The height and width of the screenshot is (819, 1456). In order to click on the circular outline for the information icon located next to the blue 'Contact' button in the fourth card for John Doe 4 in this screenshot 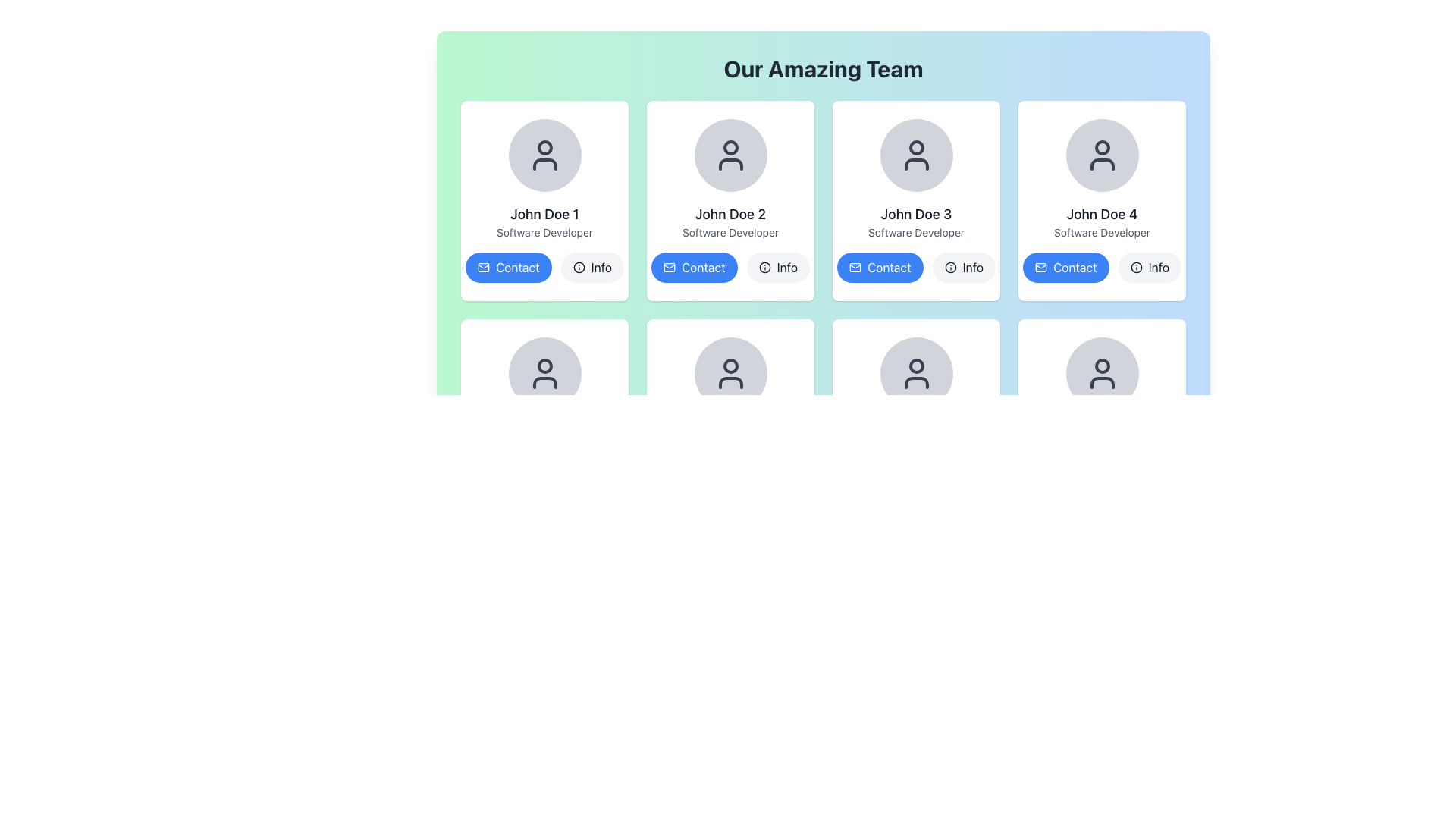, I will do `click(1136, 267)`.